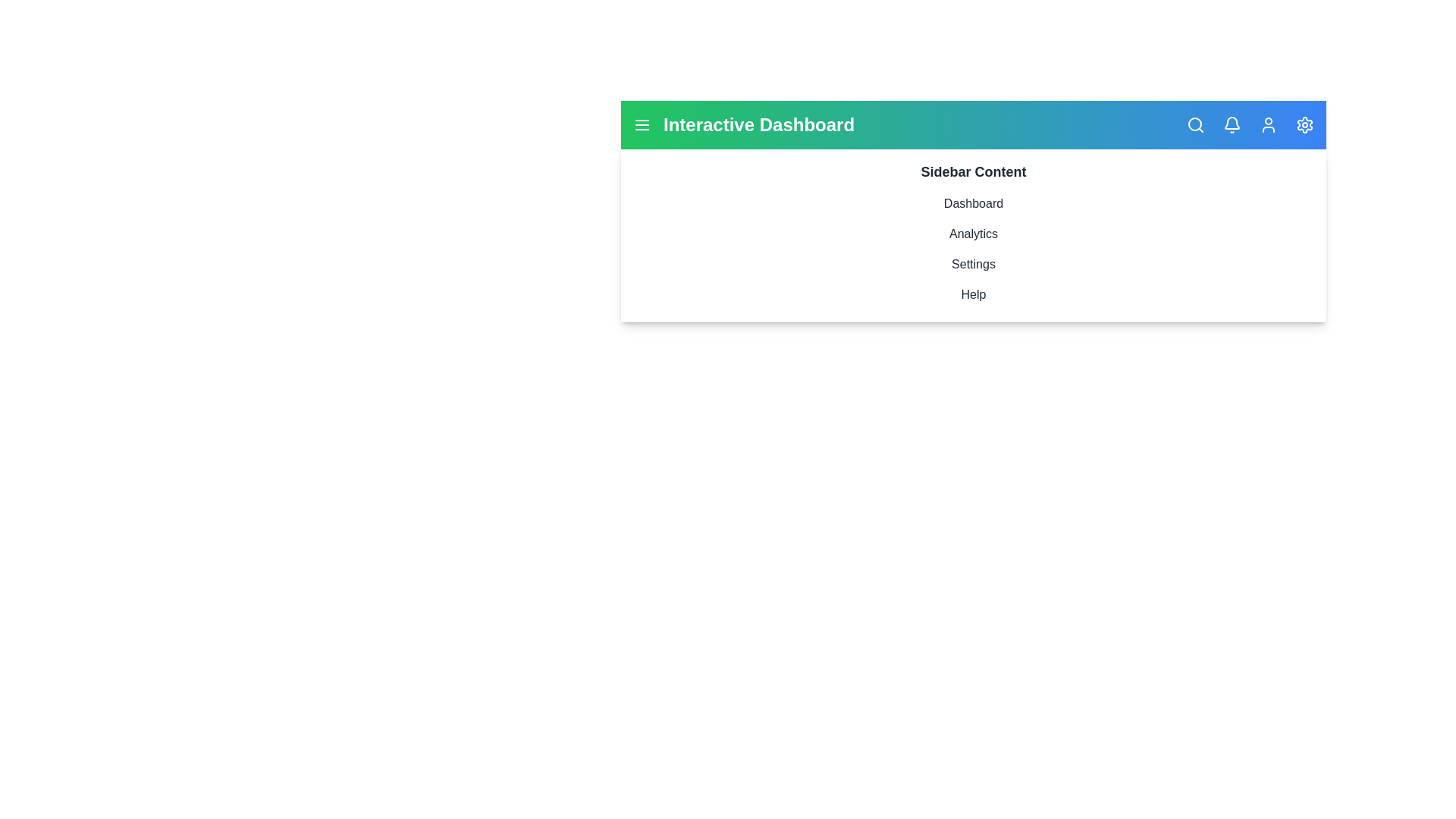 This screenshot has width=1456, height=819. What do you see at coordinates (1232, 124) in the screenshot?
I see `the navigation icon Bell` at bounding box center [1232, 124].